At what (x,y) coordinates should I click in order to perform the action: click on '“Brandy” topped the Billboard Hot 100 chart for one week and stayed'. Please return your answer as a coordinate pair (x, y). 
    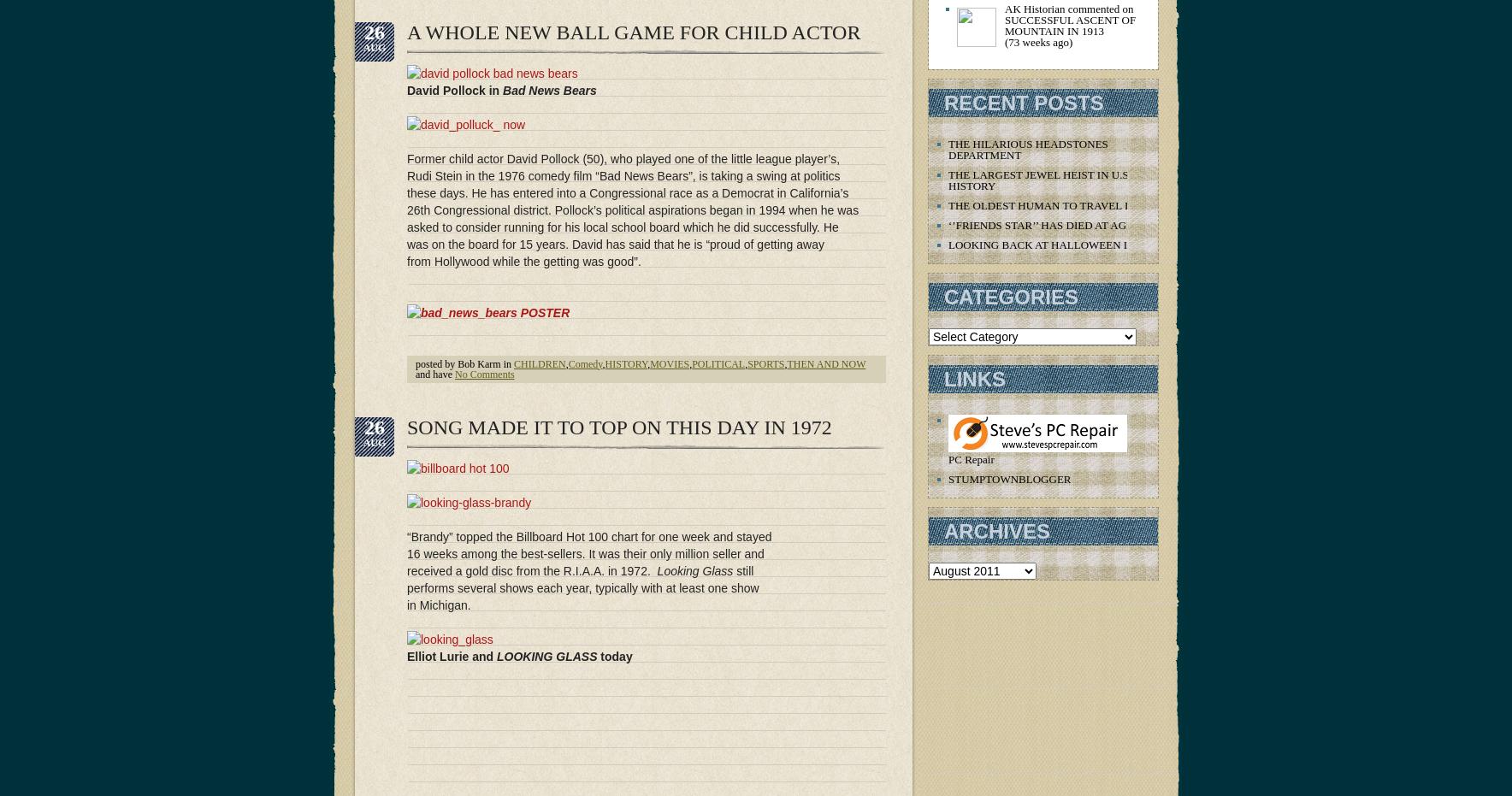
    Looking at the image, I should click on (590, 536).